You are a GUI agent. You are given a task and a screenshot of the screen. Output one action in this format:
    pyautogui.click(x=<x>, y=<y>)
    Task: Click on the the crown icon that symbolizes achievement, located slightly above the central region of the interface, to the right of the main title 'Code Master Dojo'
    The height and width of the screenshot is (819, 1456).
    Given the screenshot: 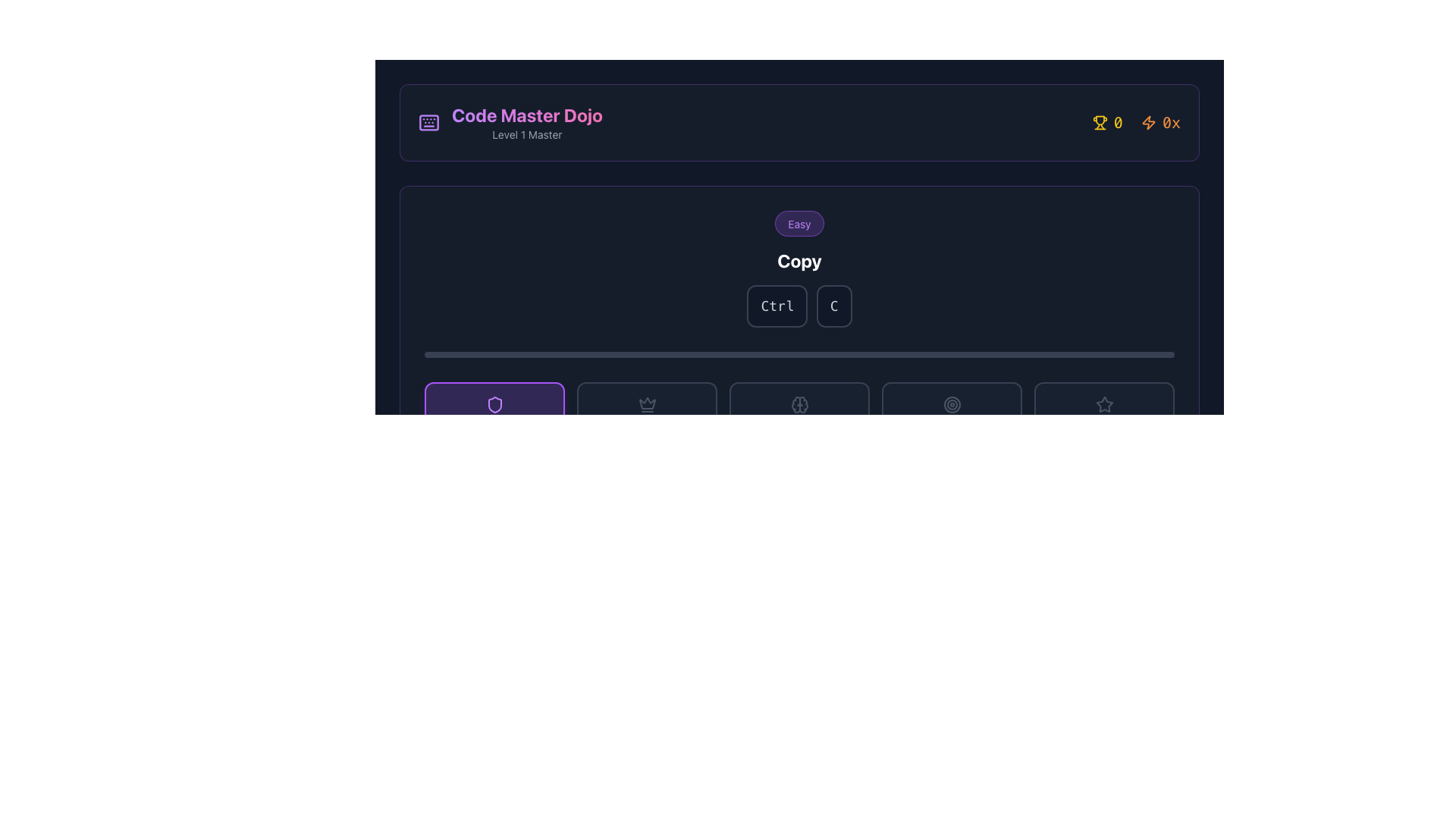 What is the action you would take?
    pyautogui.click(x=647, y=403)
    